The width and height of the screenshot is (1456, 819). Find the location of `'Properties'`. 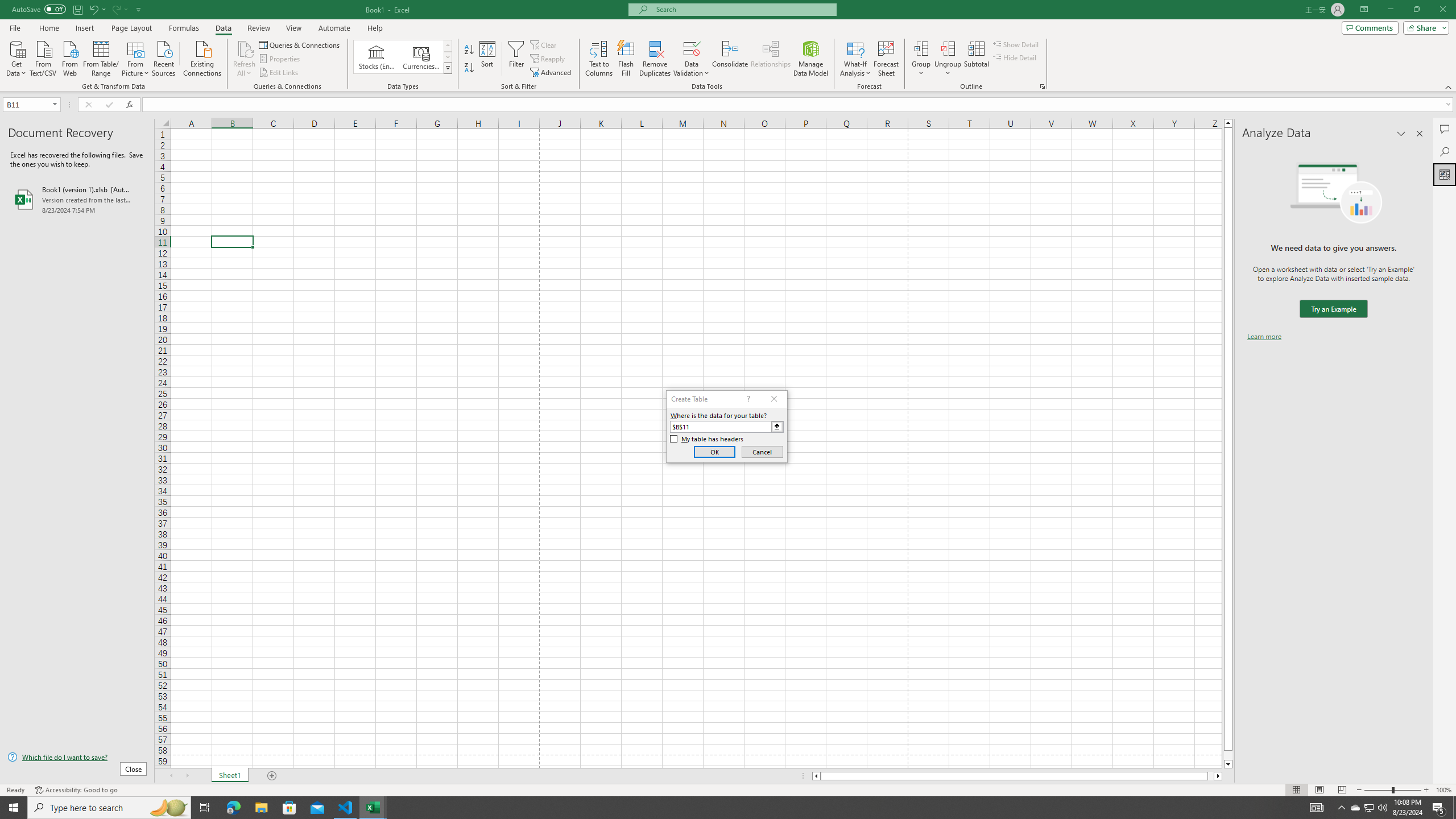

'Properties' is located at coordinates (280, 59).